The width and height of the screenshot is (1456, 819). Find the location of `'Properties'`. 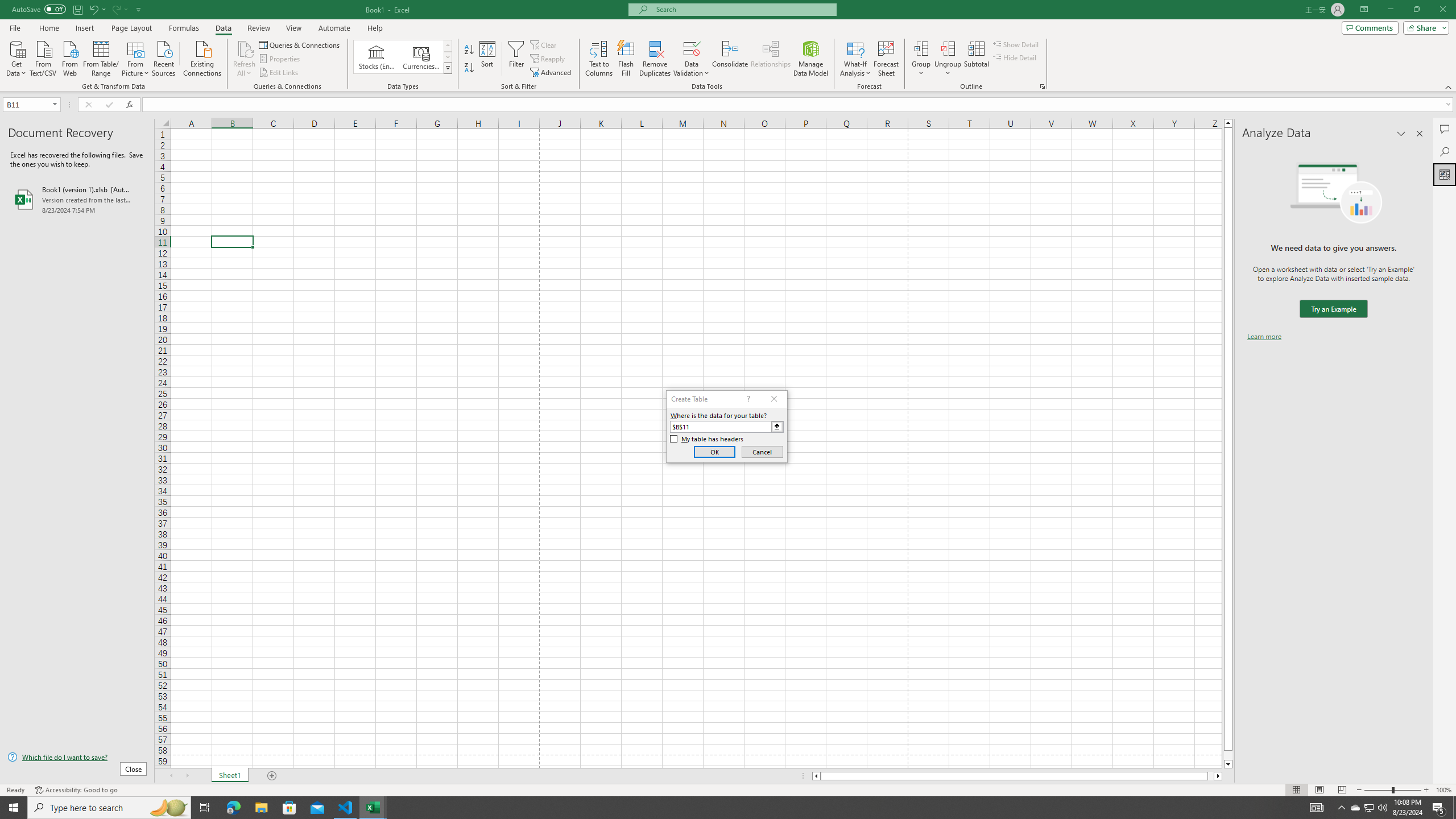

'Properties' is located at coordinates (280, 59).